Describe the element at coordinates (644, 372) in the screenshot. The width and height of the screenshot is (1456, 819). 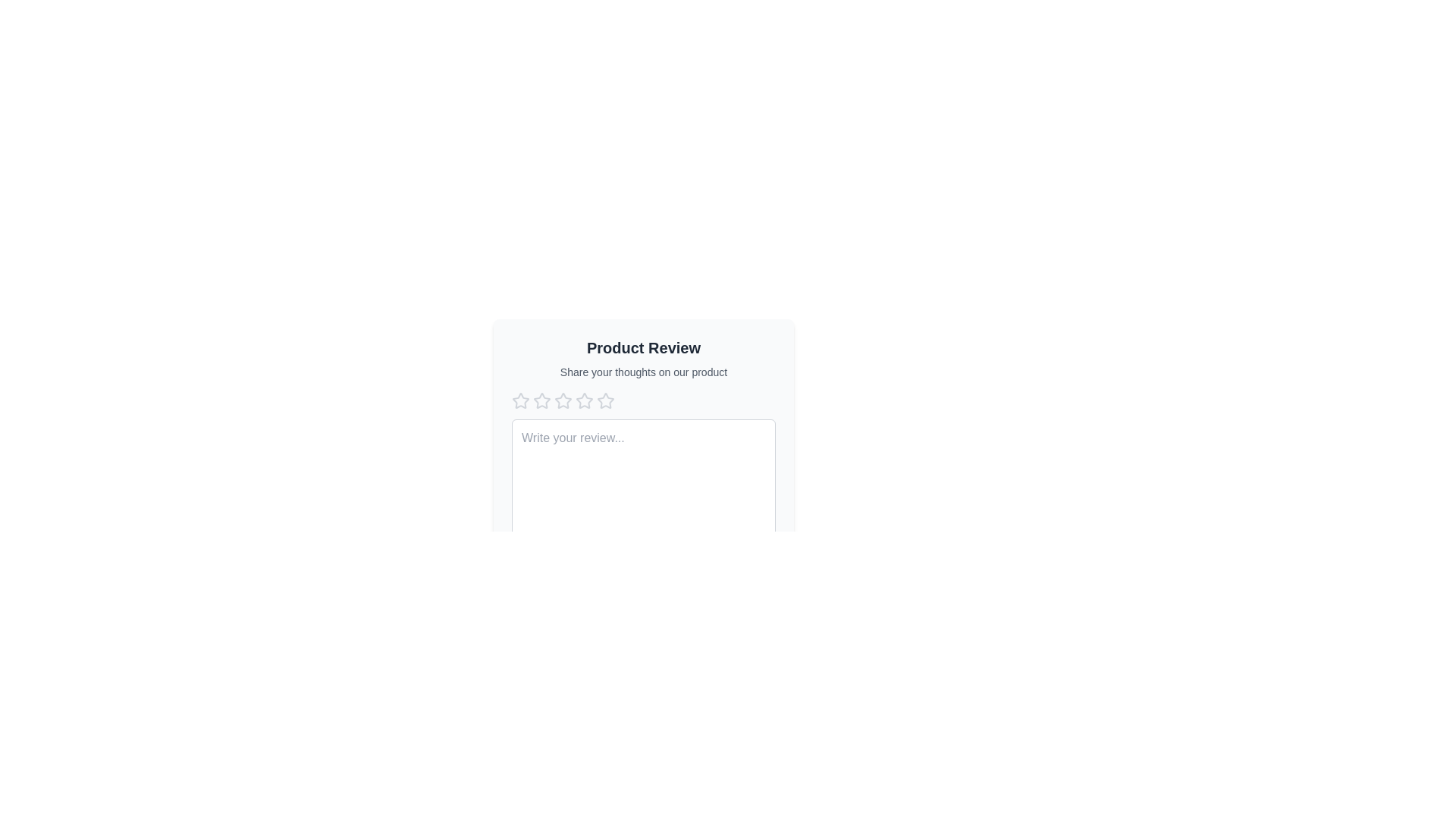
I see `the static text that prompts the user to share their opinion about the product, located beneath the title 'Product Review'` at that location.